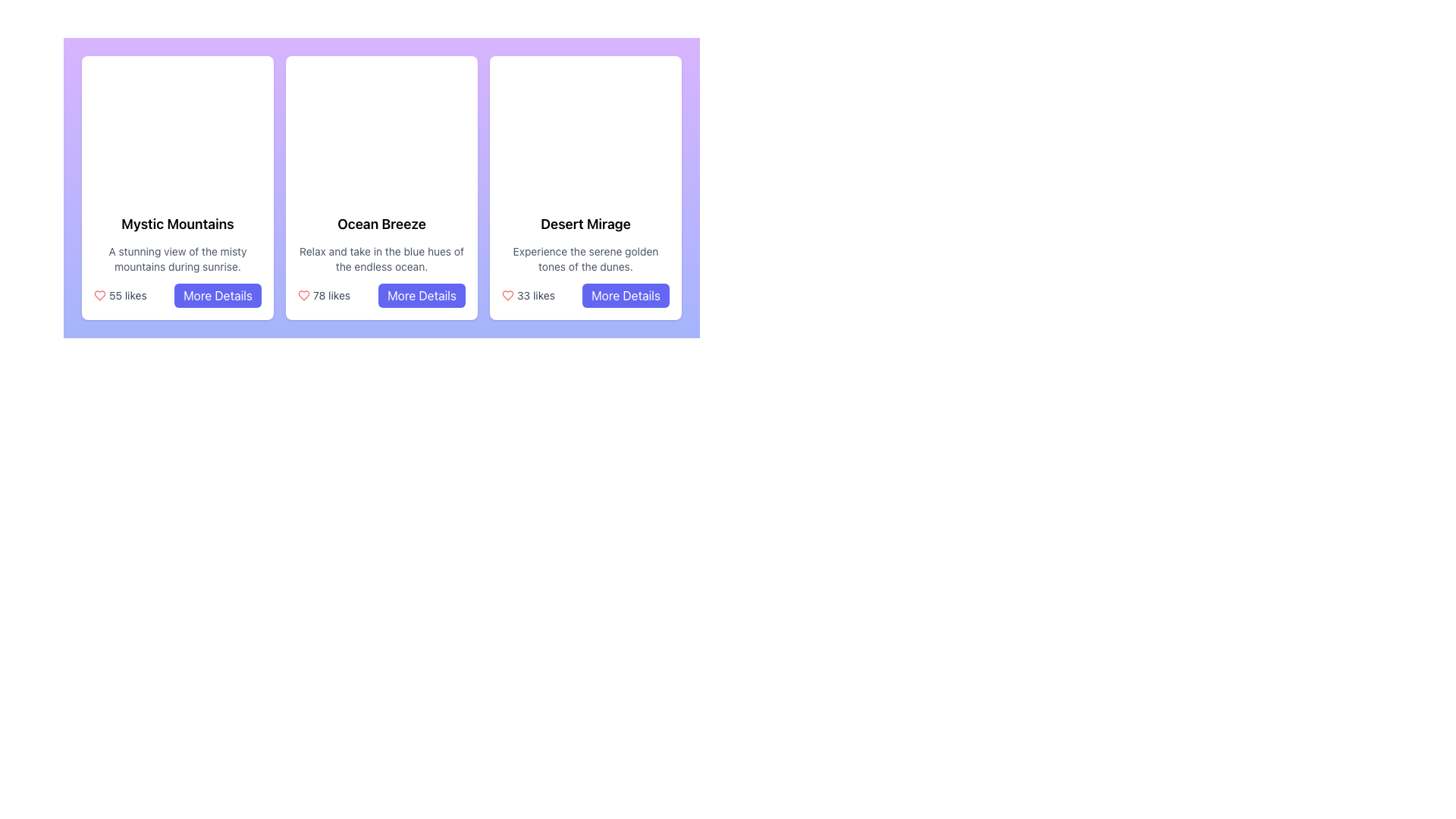 The image size is (1456, 819). Describe the element at coordinates (626, 295) in the screenshot. I see `the 'More Details' button, which is an indigo rounded rectangle with white text, located in the lower-right corner of the 'Desert Mirage' card, to observe its style change` at that location.